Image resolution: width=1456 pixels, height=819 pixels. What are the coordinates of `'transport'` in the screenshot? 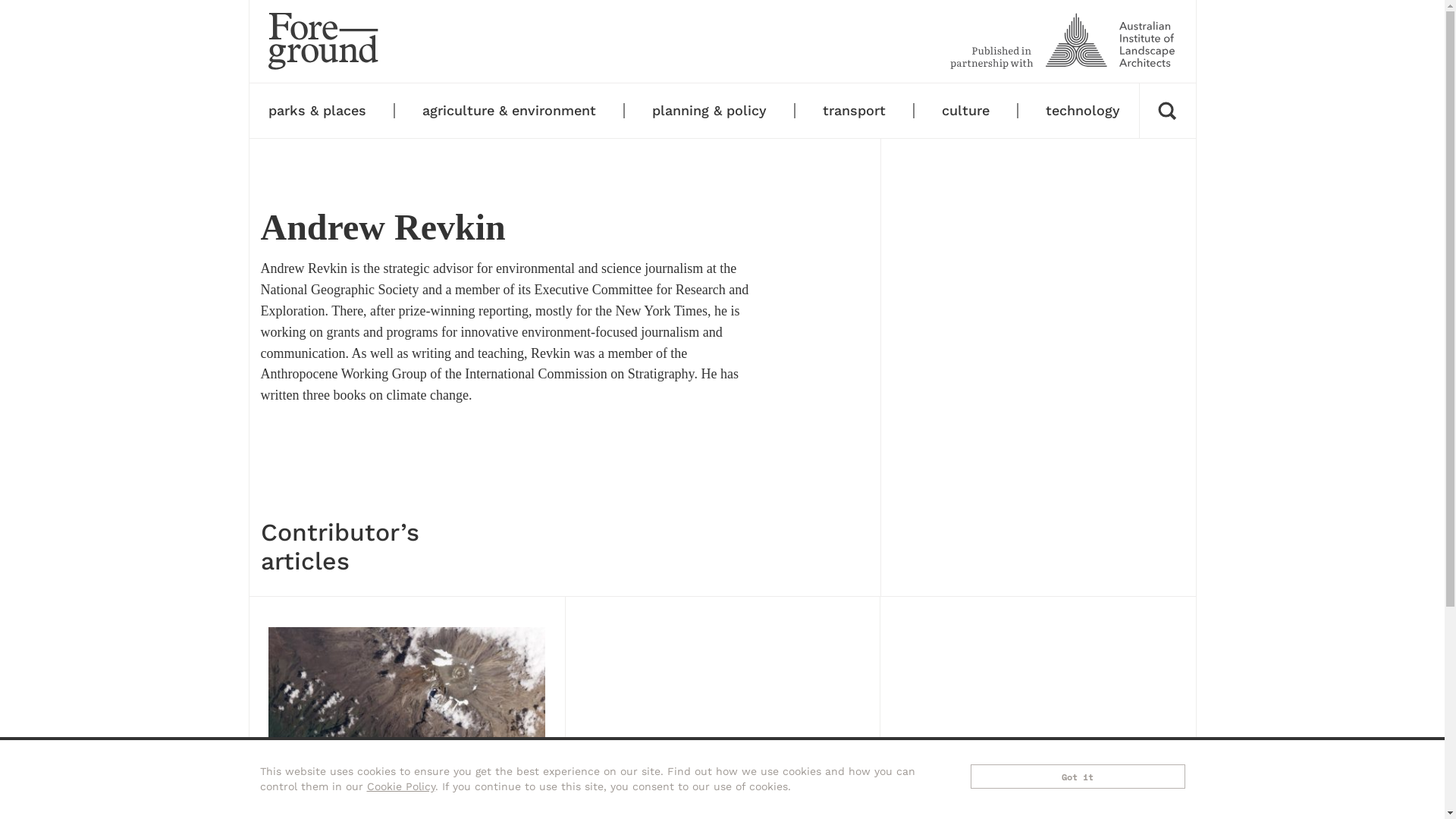 It's located at (853, 110).